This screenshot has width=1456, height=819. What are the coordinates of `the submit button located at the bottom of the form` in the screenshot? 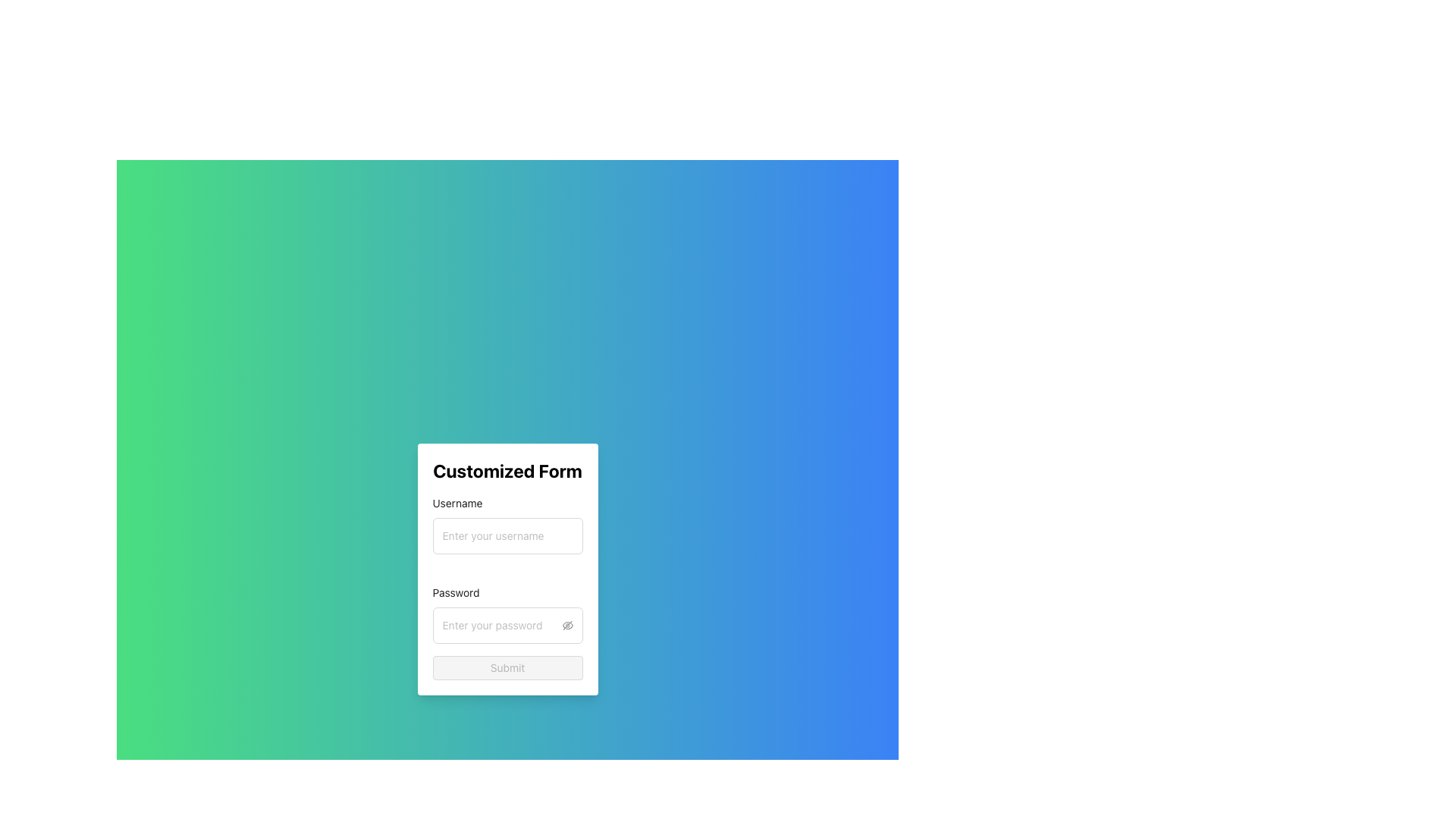 It's located at (507, 667).